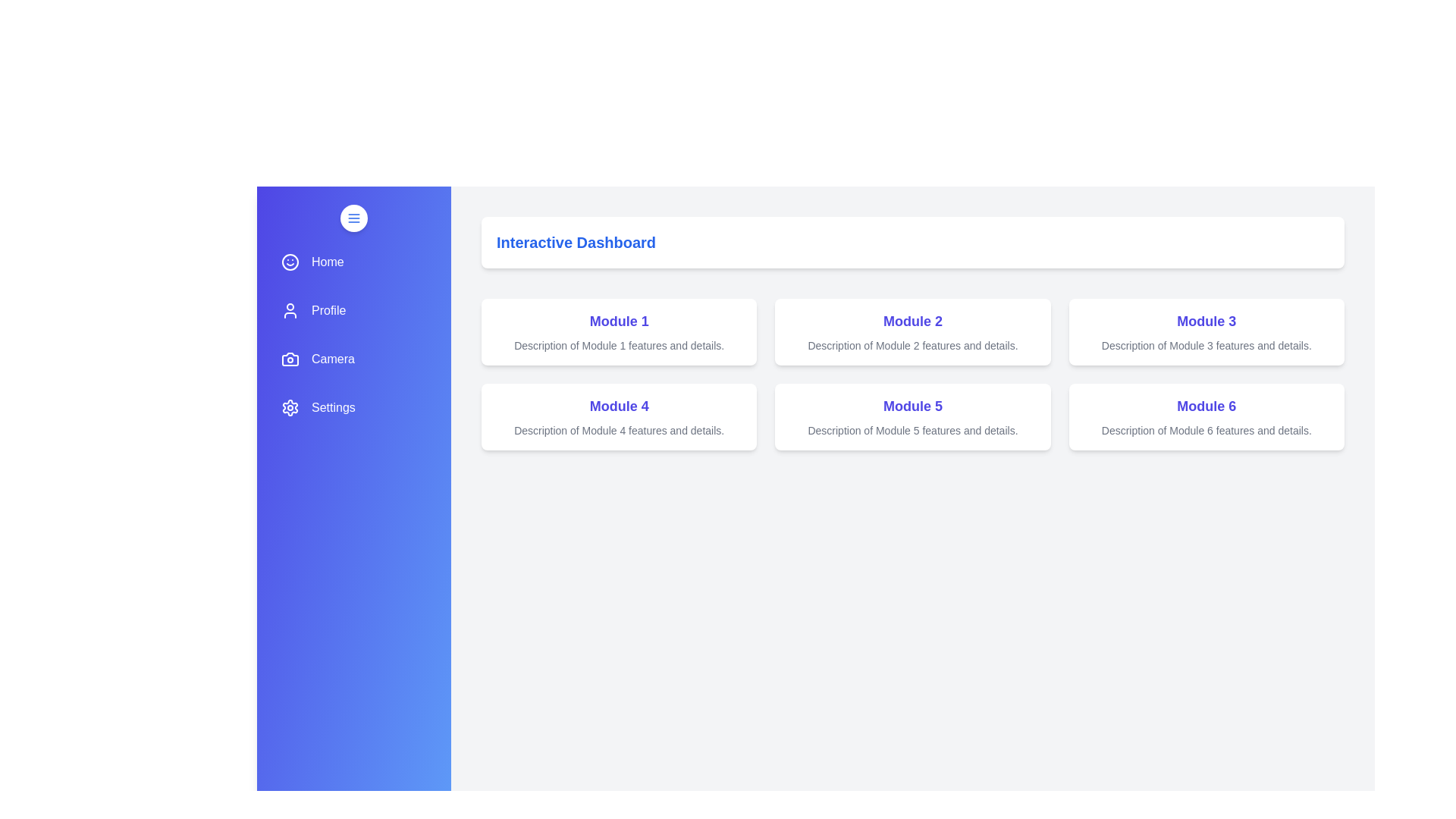 This screenshot has height=819, width=1456. What do you see at coordinates (353, 359) in the screenshot?
I see `the navigation menu item labeled 'Camera', which is the third item in the vertical menu list located in the left-hand sidebar` at bounding box center [353, 359].